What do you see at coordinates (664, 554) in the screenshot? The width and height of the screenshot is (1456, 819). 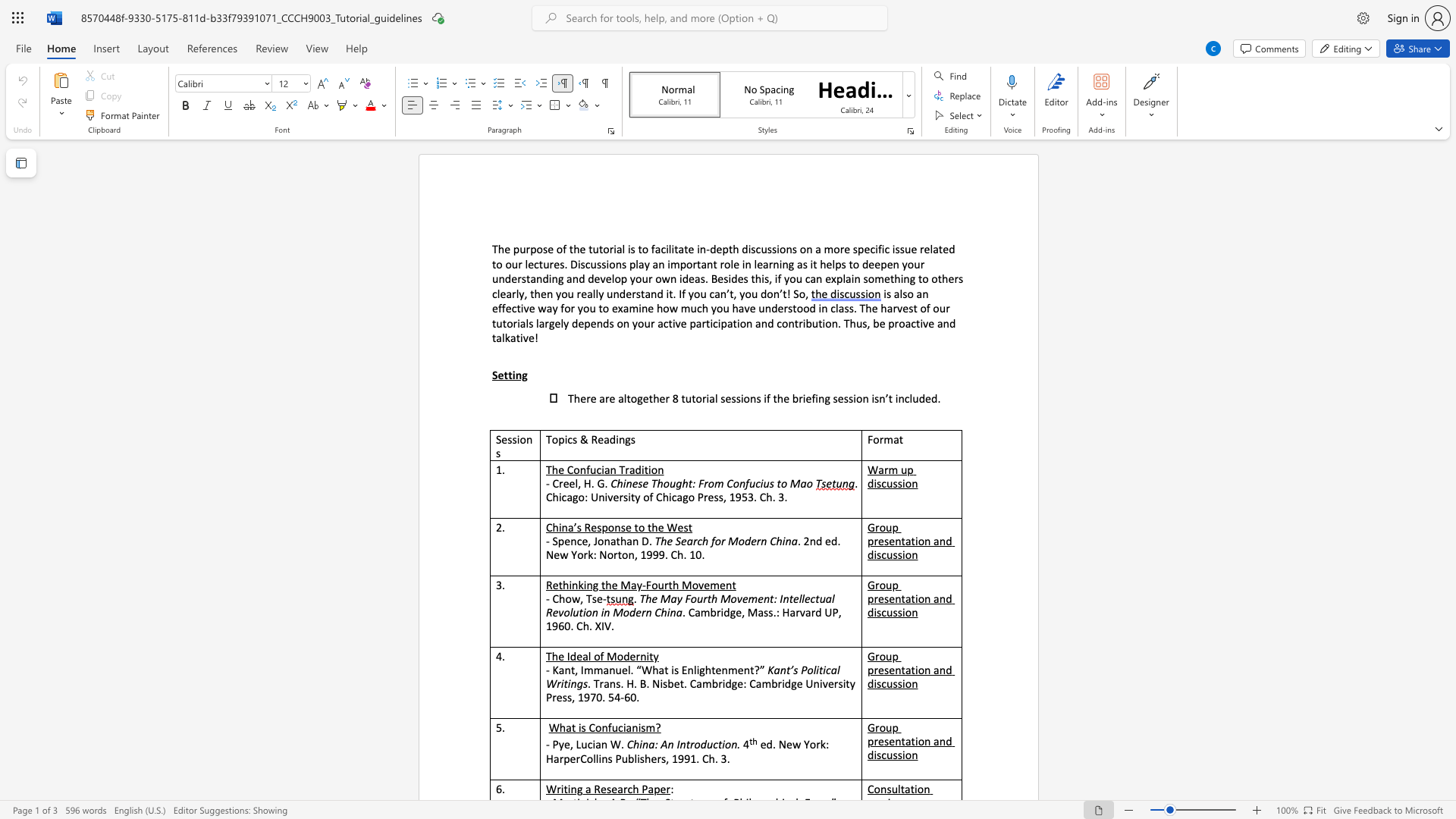 I see `the subset text ". Ch. 1" within the text ". 2nd ed. New York: Norton, 1999. Ch. 10."` at bounding box center [664, 554].